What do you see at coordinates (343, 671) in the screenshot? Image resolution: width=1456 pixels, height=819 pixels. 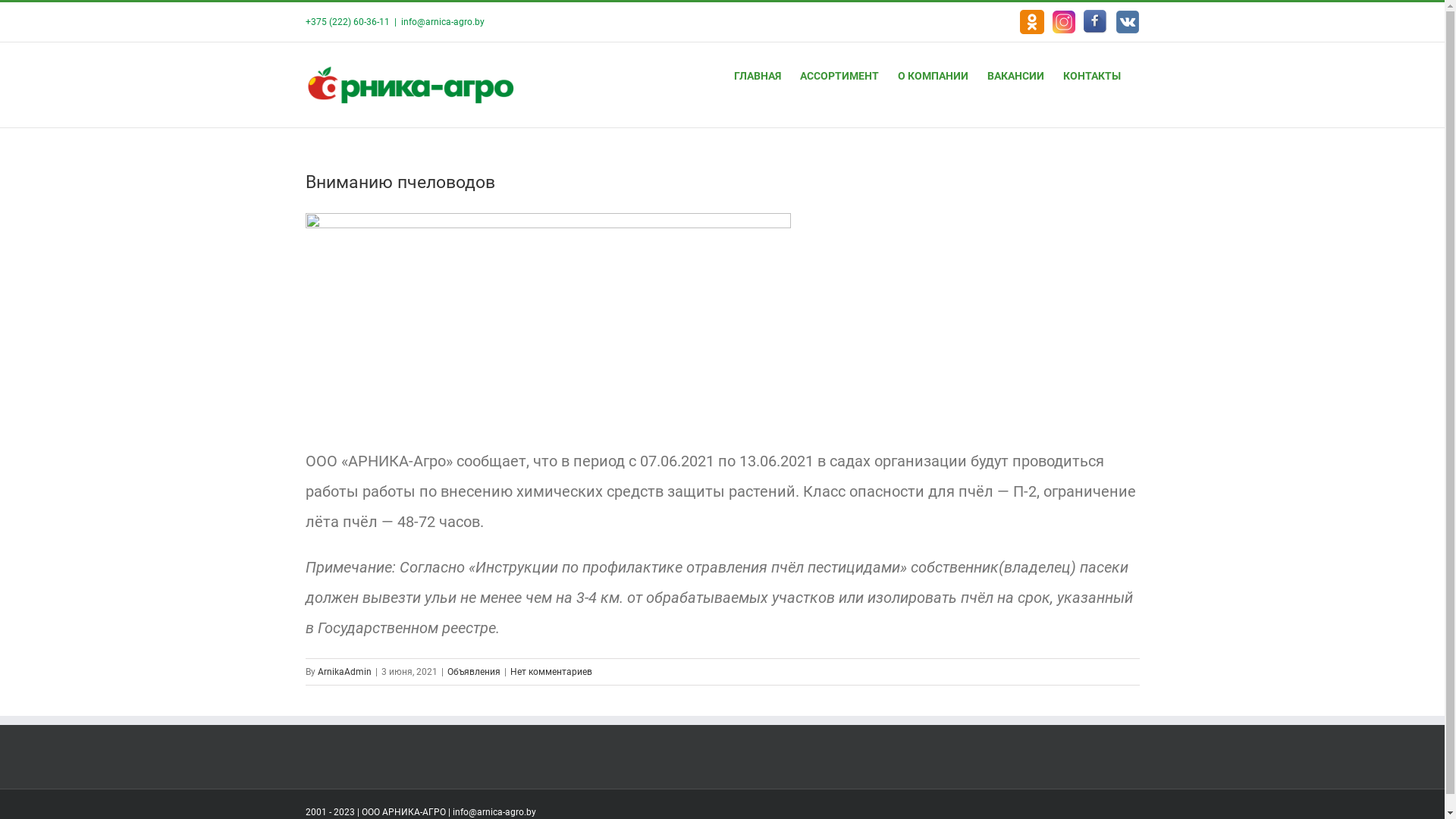 I see `'ArnikaAdmin'` at bounding box center [343, 671].